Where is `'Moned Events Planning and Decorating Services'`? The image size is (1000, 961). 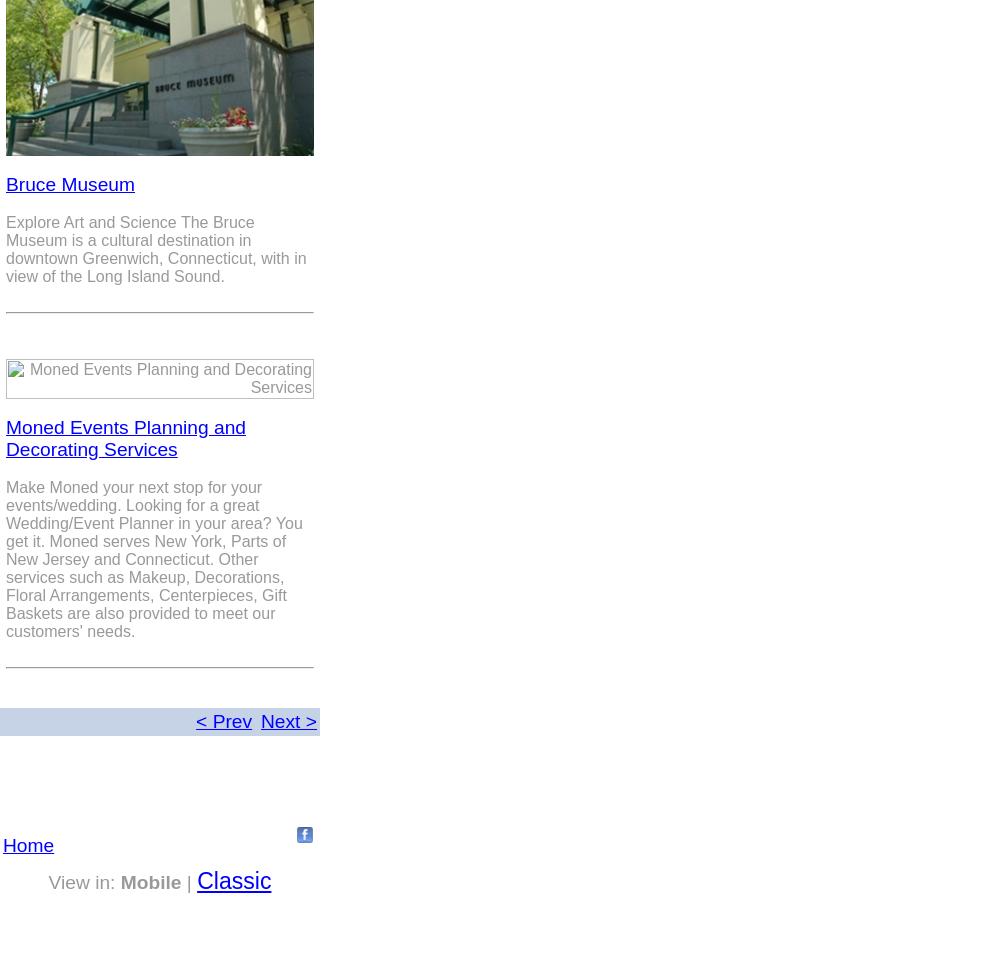
'Moned Events Planning and Decorating Services' is located at coordinates (126, 437).